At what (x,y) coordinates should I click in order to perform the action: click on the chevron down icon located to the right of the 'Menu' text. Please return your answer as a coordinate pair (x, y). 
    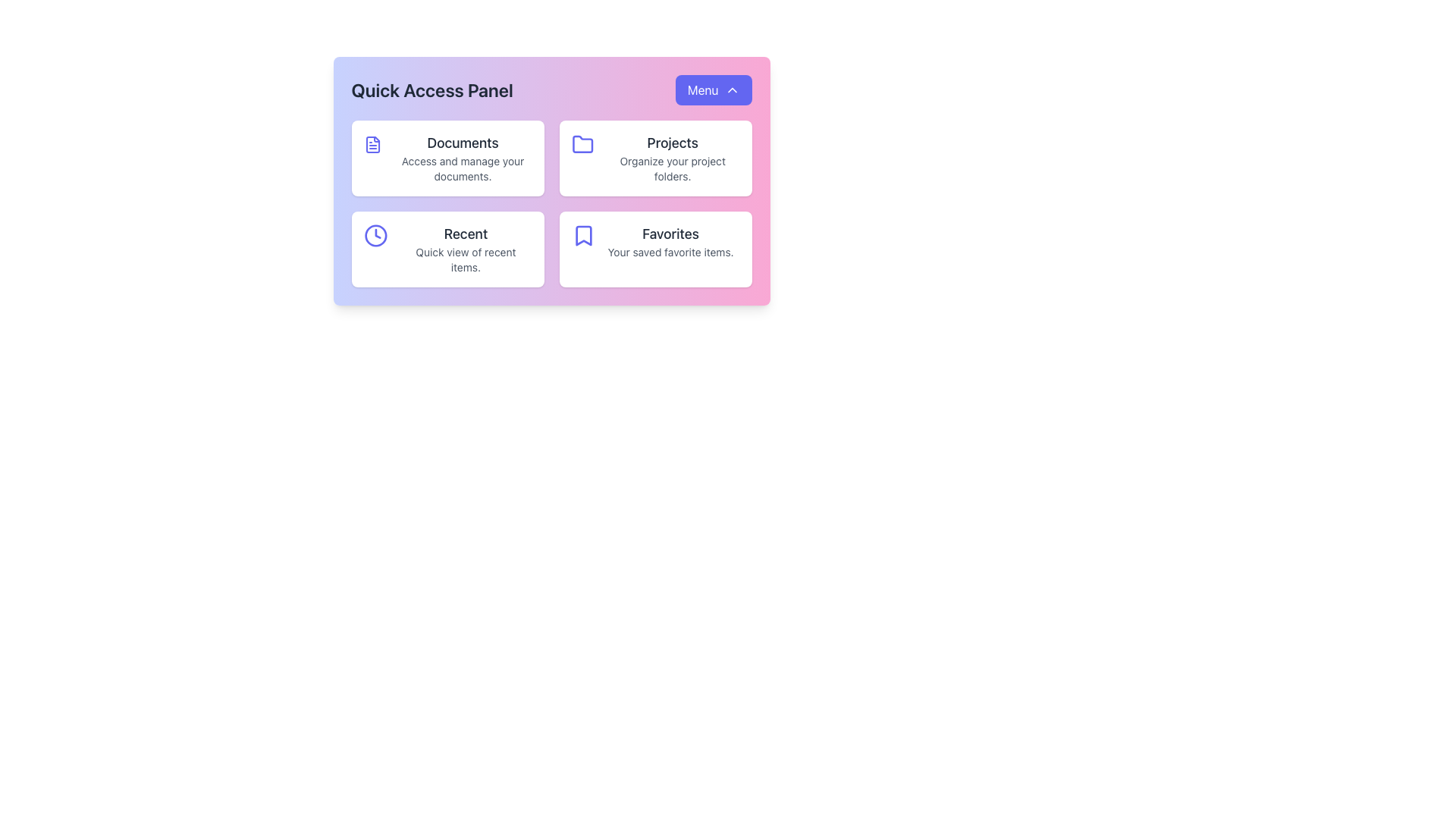
    Looking at the image, I should click on (732, 90).